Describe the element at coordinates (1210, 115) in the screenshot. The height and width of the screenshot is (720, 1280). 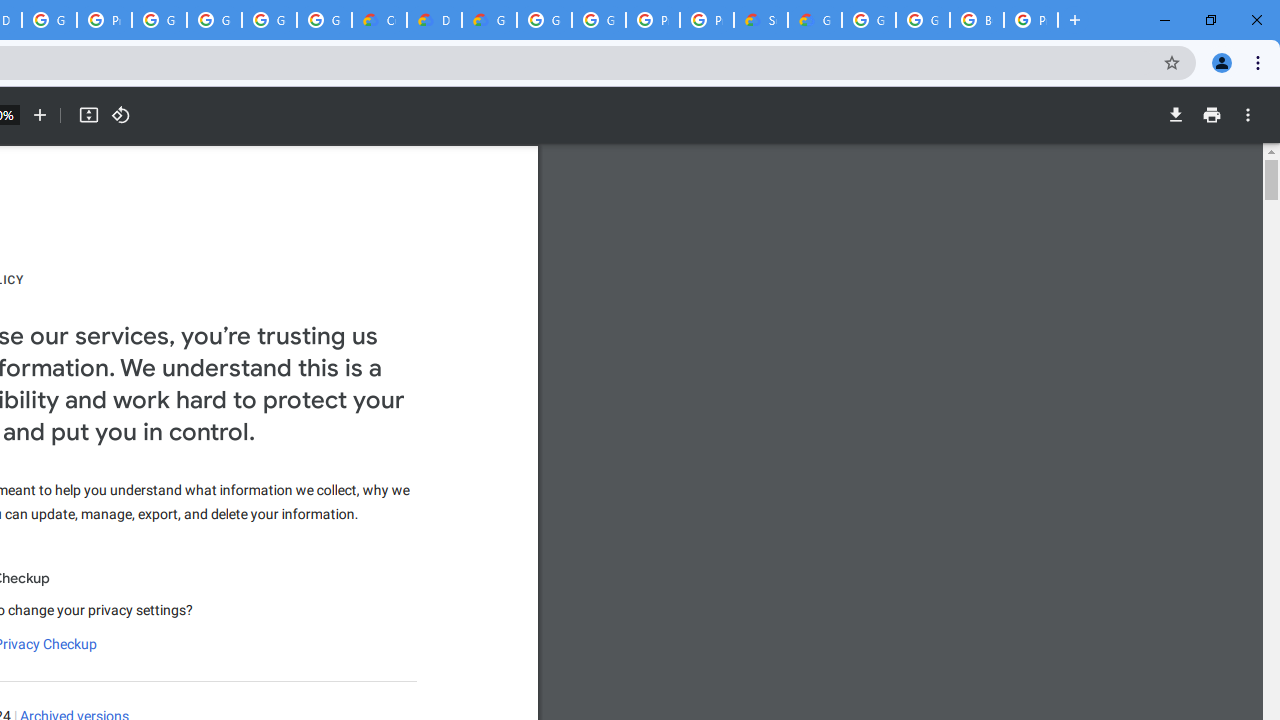
I see `'Print'` at that location.